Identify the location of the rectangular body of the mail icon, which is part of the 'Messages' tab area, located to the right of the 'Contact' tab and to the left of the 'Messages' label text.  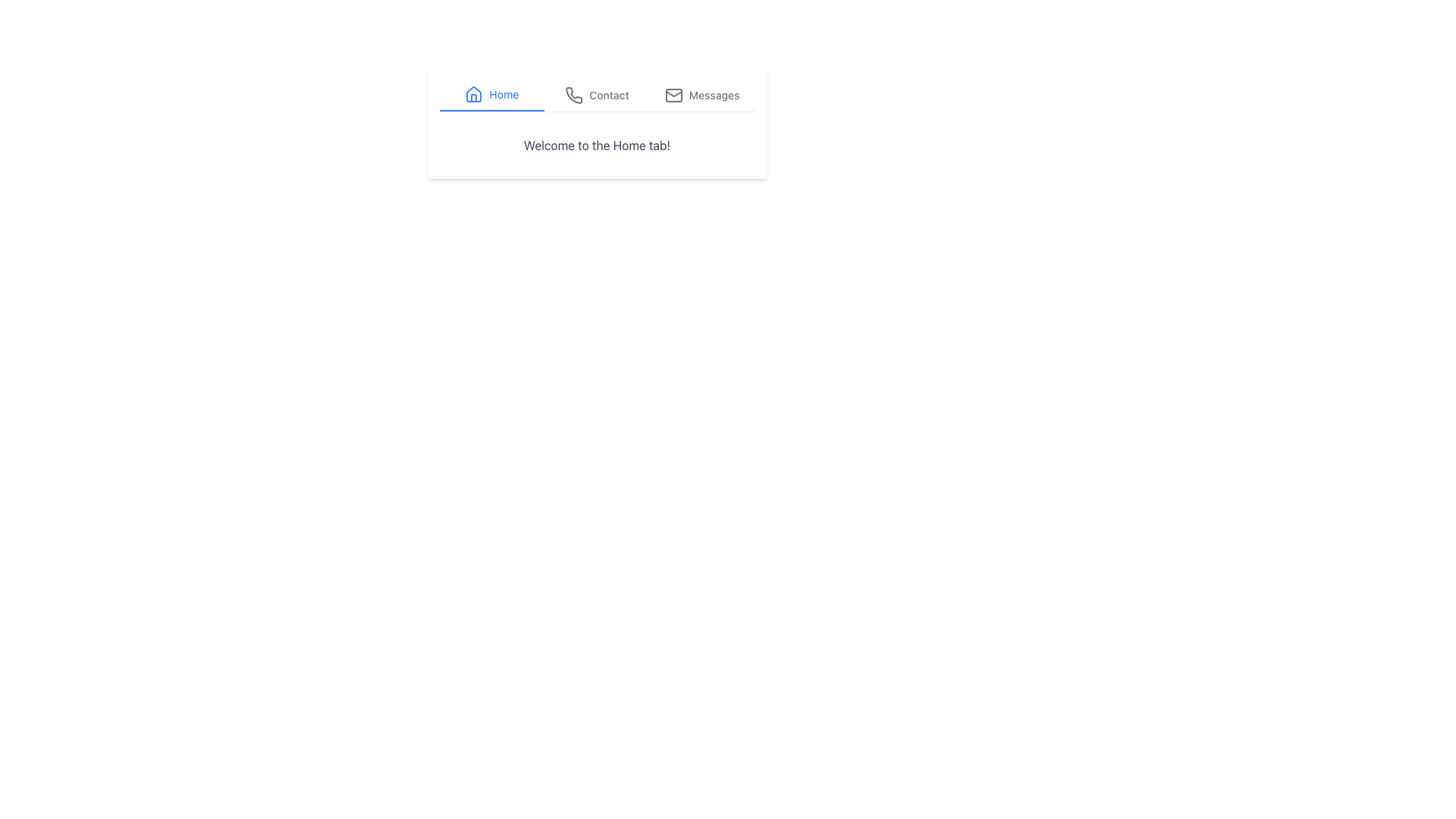
(673, 96).